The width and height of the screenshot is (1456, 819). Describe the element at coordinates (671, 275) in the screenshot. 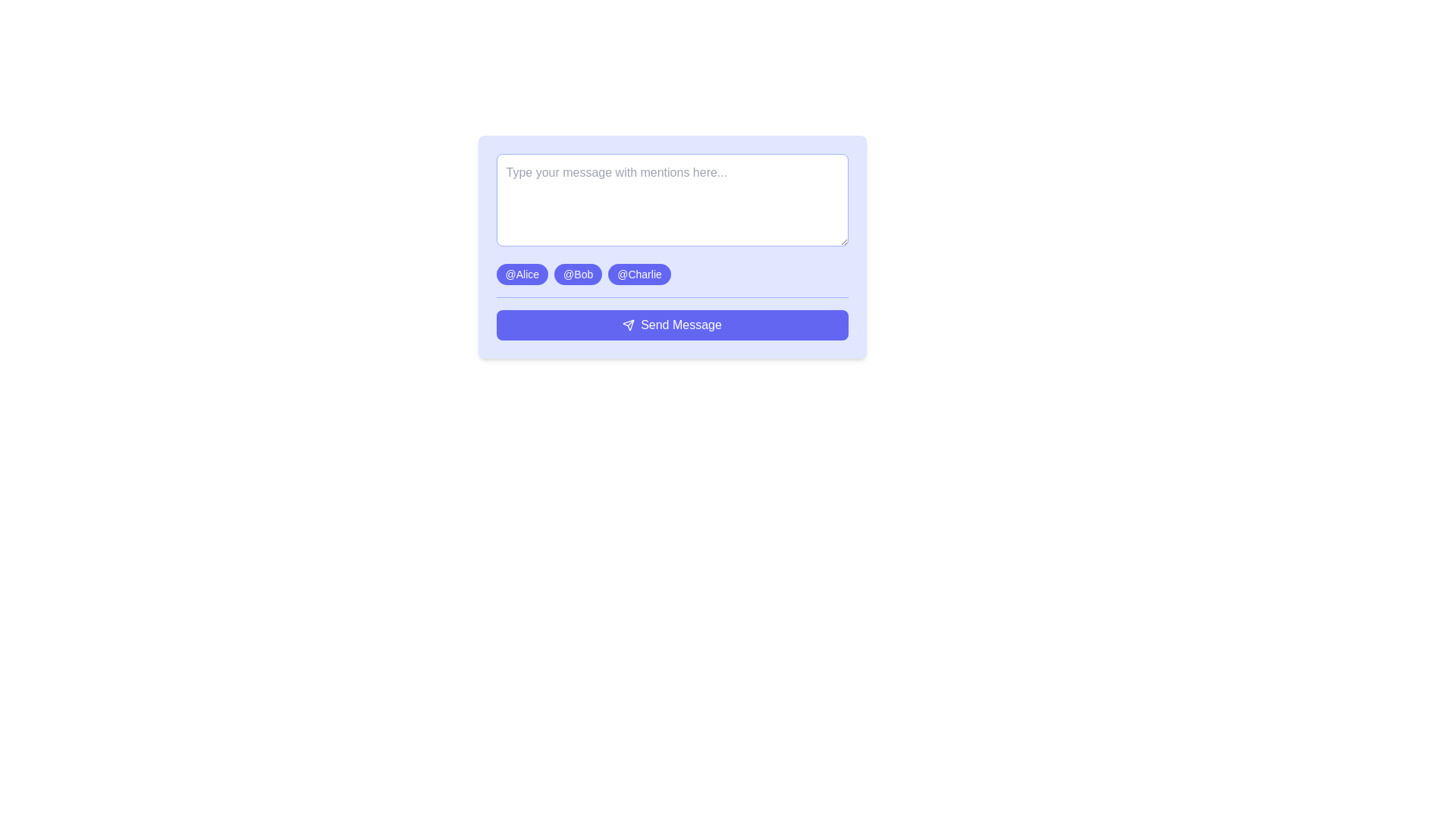

I see `the mention tag group containing '@Alice', '@Bob', and '@Charlie'` at that location.